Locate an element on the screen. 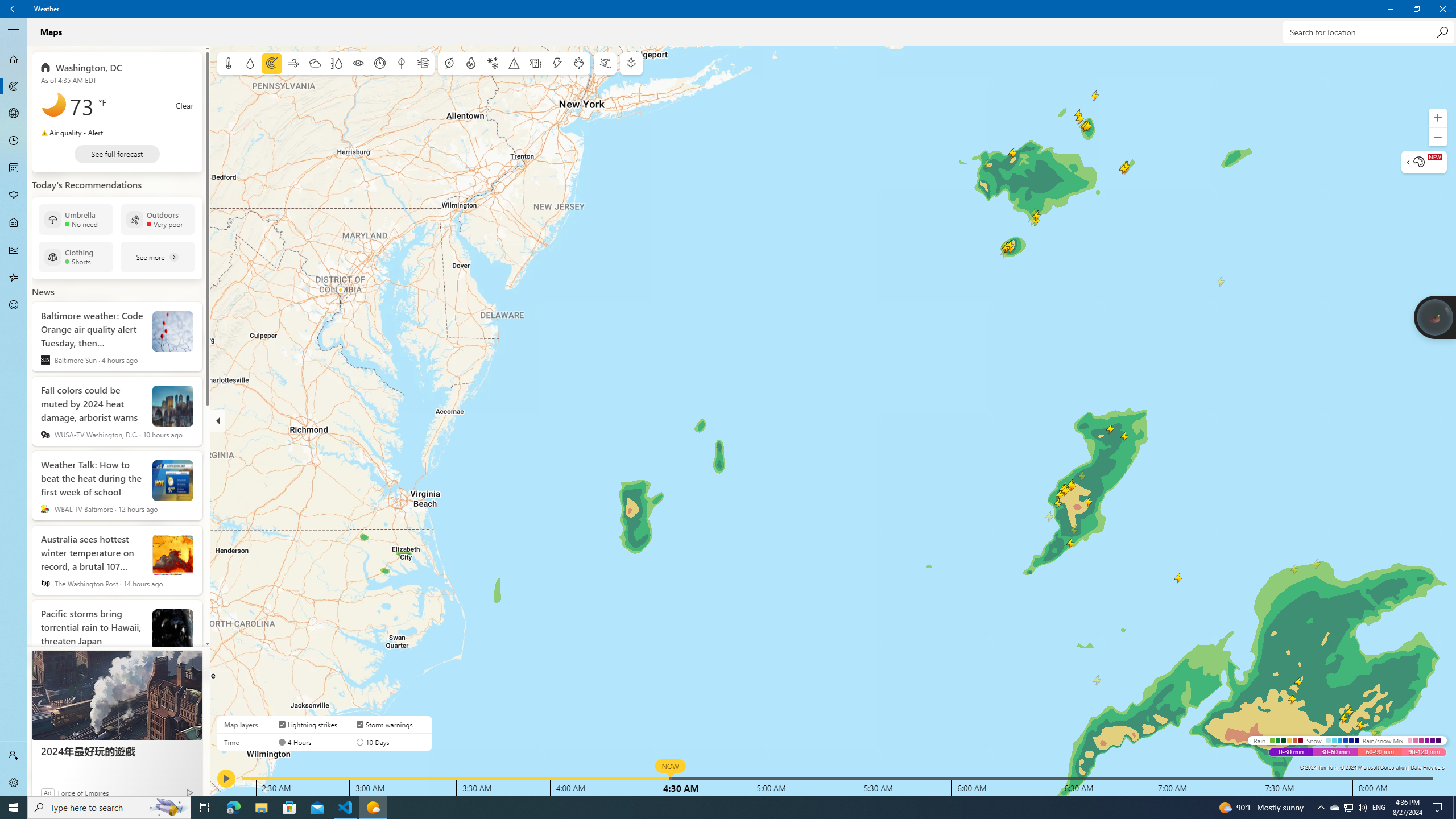 This screenshot has width=1456, height=819. 'Search' is located at coordinates (1442, 31).